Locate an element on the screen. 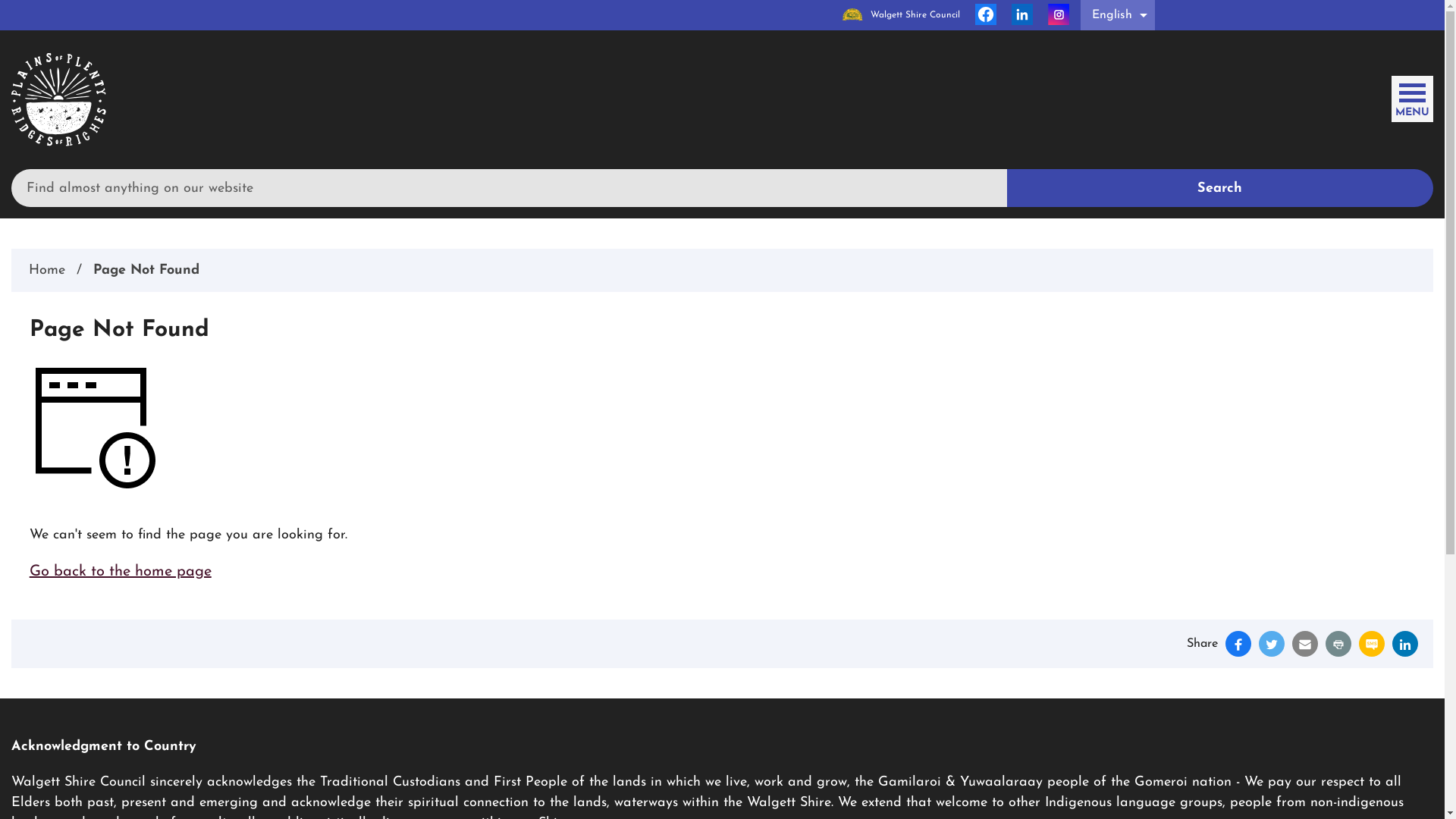  'Go back to the home page' is located at coordinates (119, 571).